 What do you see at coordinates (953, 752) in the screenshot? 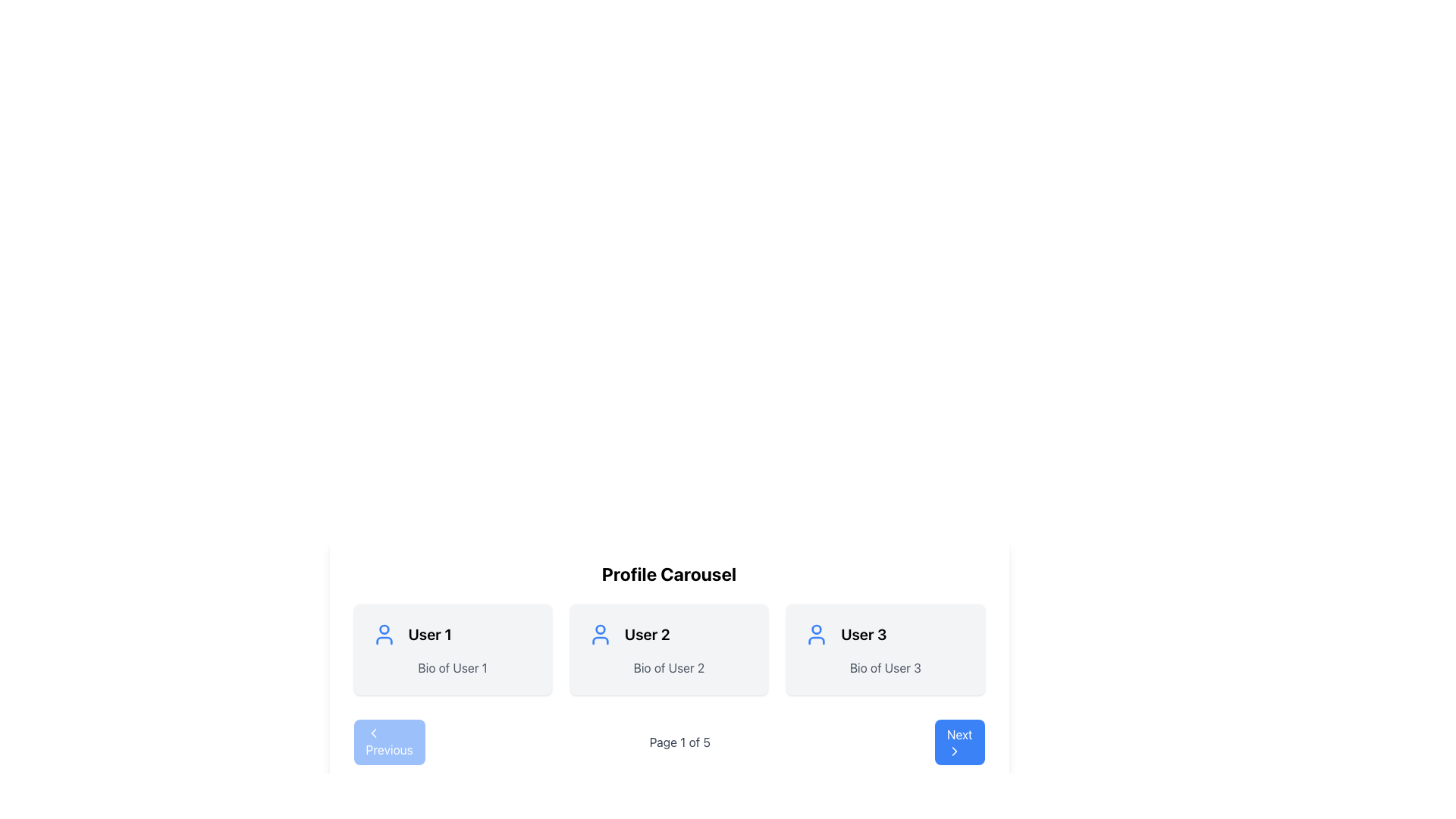
I see `the right-pointing chevron arrow icon located within the blue 'Next' button at the bottom-right corner of the interface` at bounding box center [953, 752].